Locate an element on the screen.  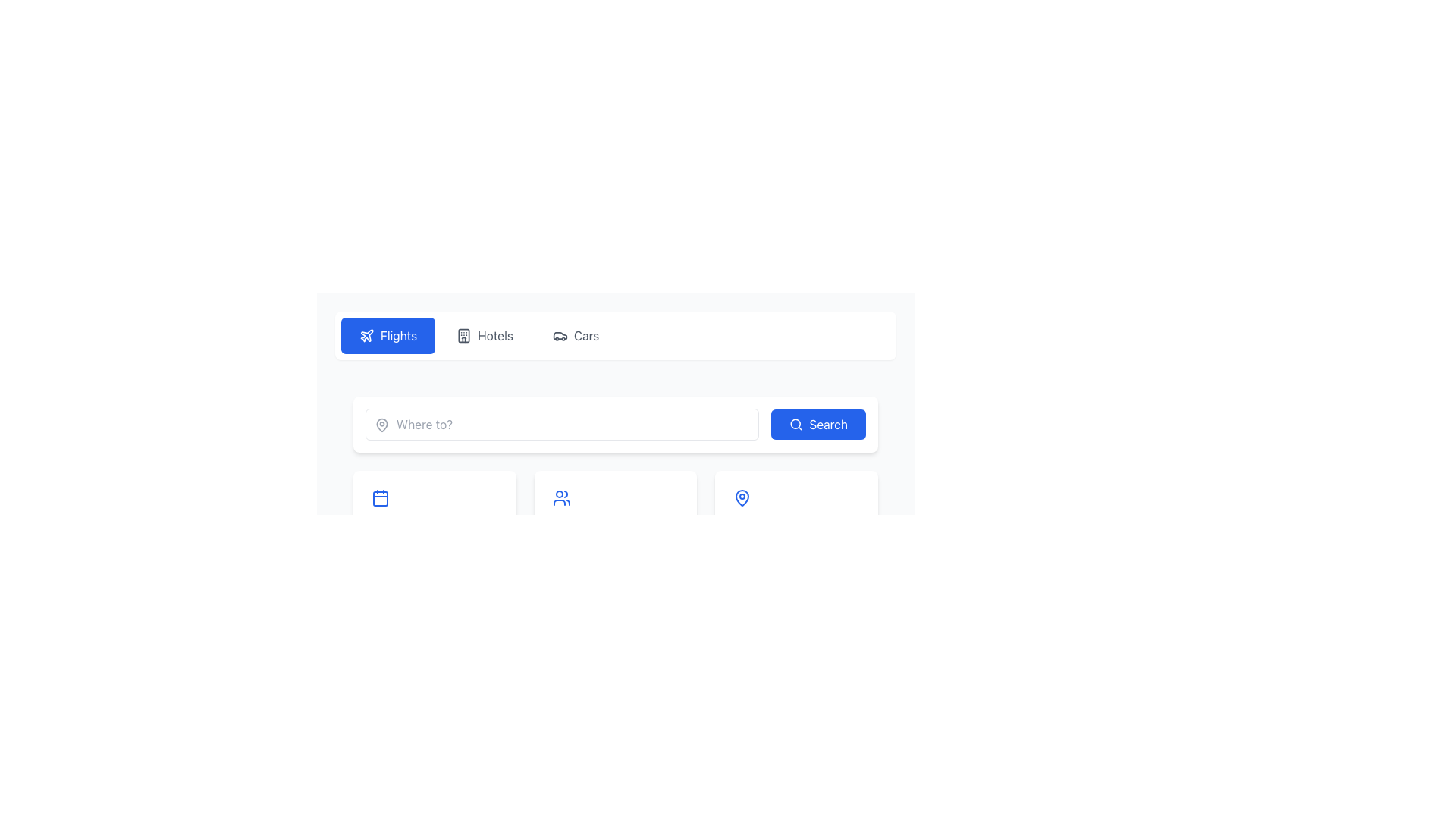
the small car icon located to the left of the text 'Cars' in the third option of the top navigation bar is located at coordinates (559, 335).